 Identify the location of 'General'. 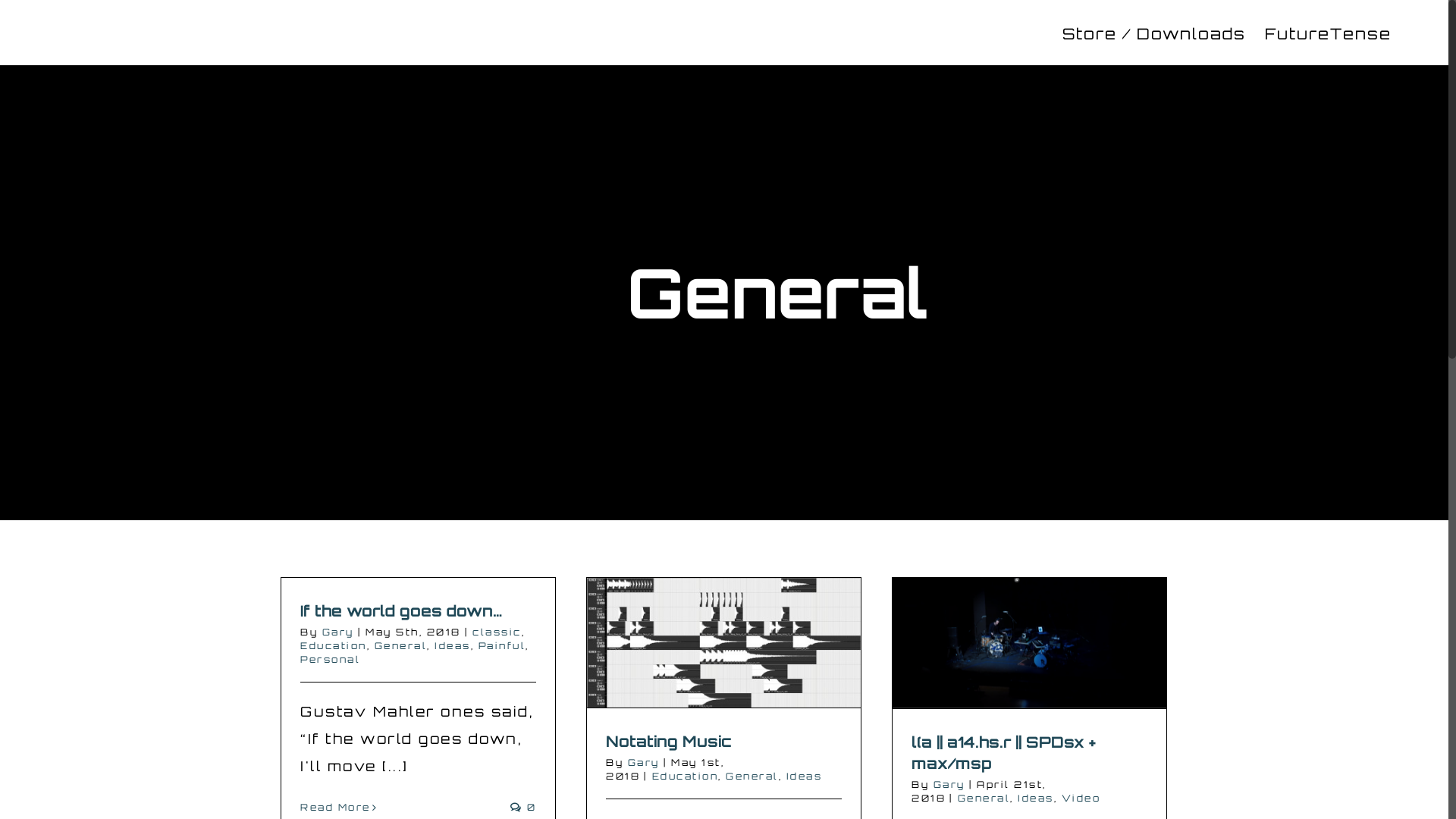
(752, 776).